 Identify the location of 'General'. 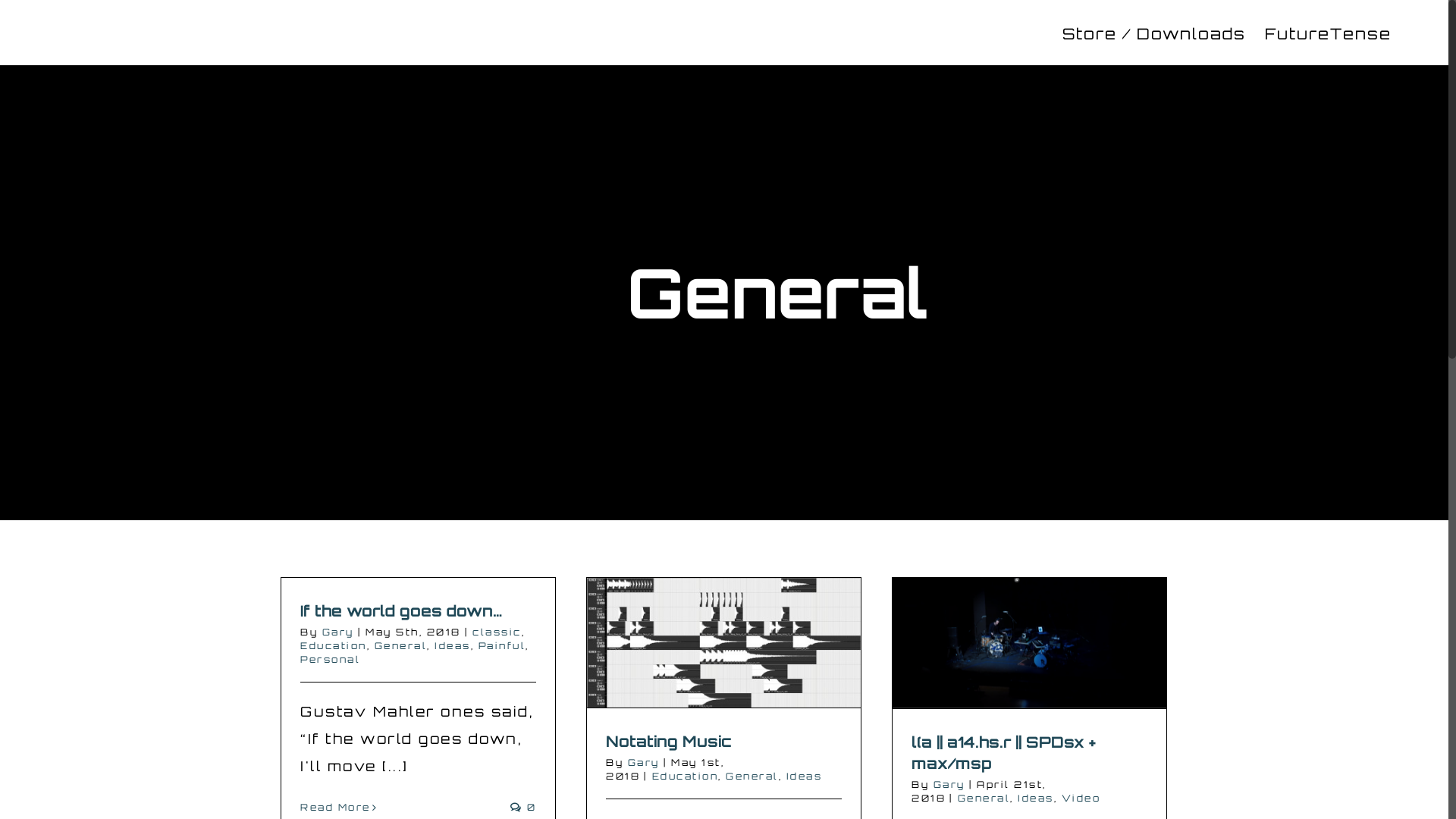
(752, 776).